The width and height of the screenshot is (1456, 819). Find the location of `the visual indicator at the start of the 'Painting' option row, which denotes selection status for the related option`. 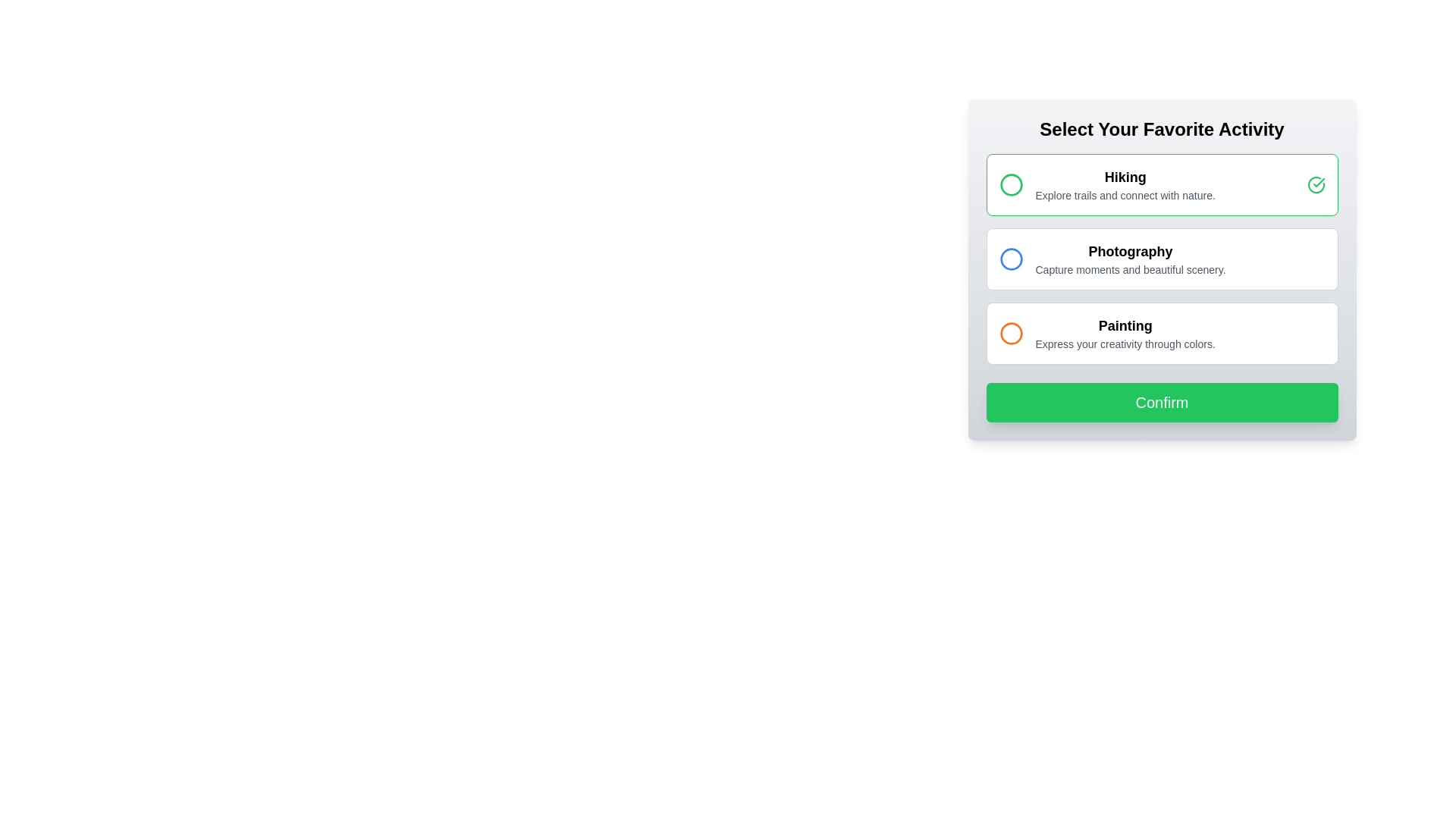

the visual indicator at the start of the 'Painting' option row, which denotes selection status for the related option is located at coordinates (1011, 332).